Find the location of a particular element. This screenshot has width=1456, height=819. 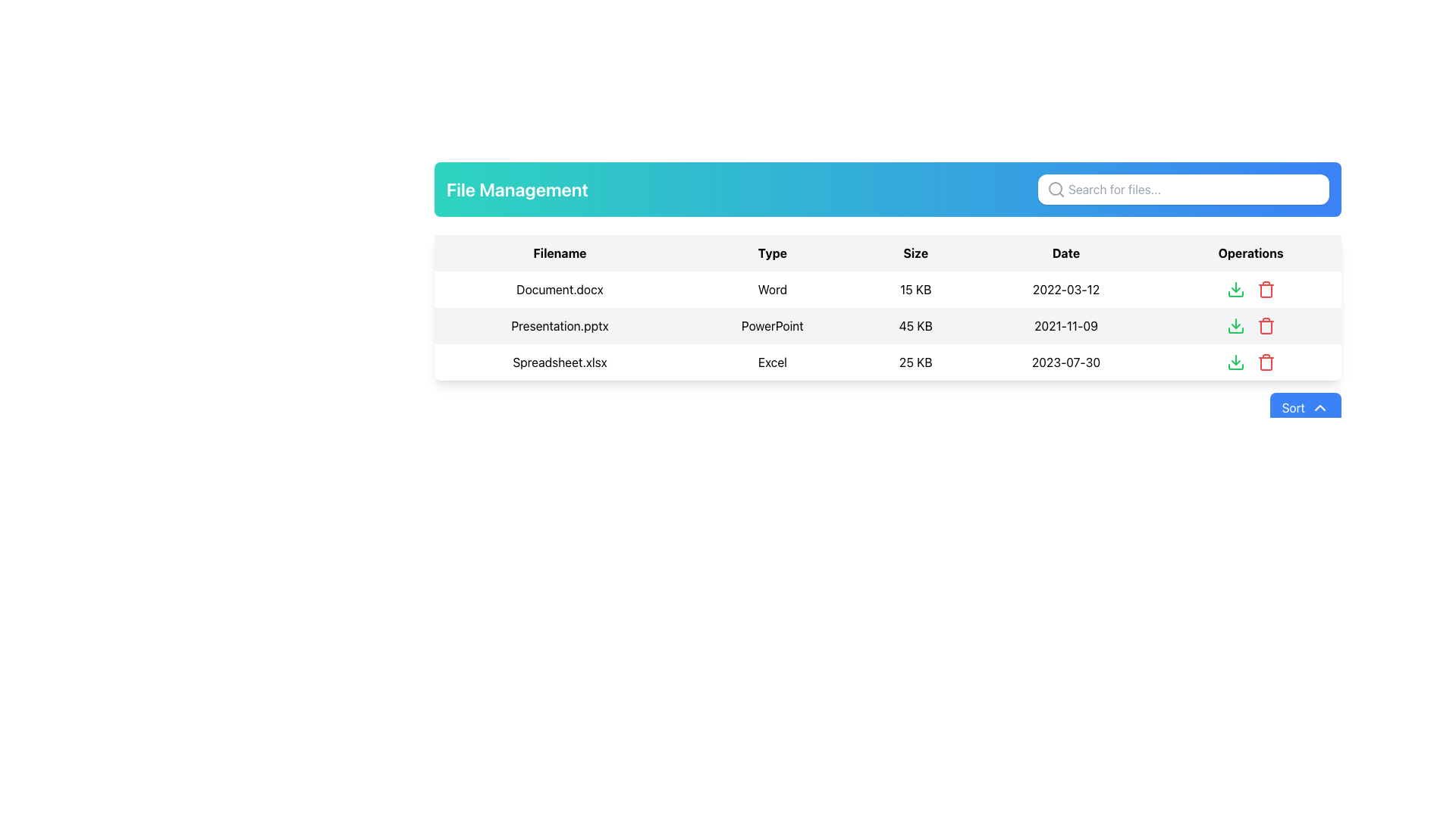

the red trash can icon is located at coordinates (1266, 289).